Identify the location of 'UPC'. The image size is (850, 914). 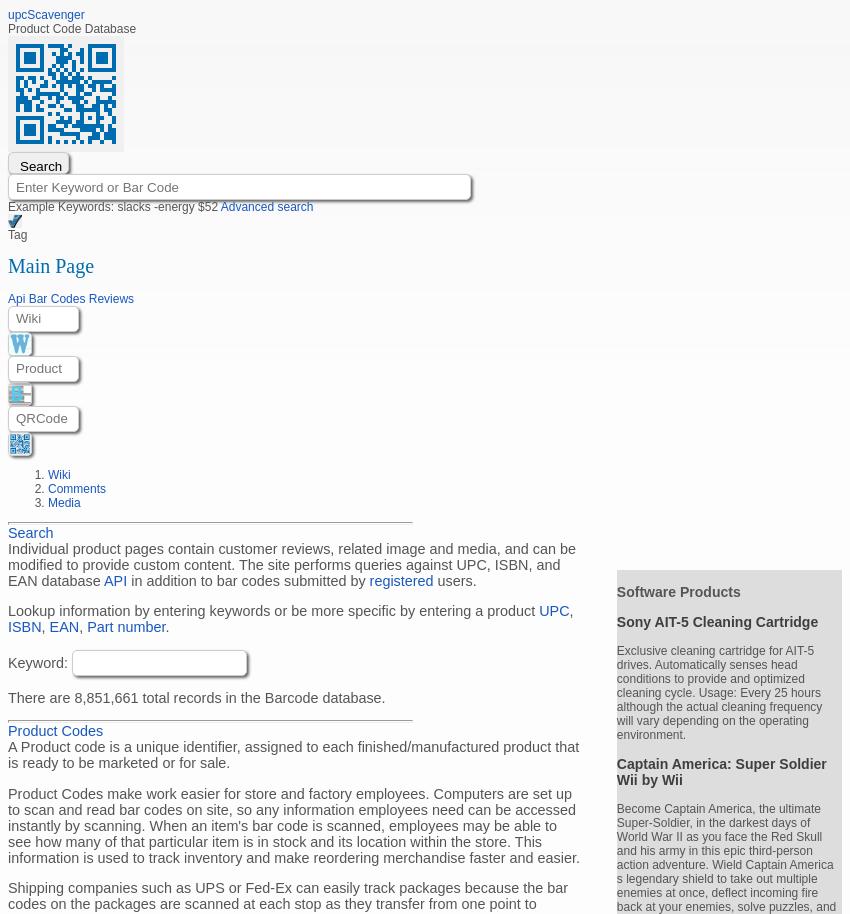
(554, 610).